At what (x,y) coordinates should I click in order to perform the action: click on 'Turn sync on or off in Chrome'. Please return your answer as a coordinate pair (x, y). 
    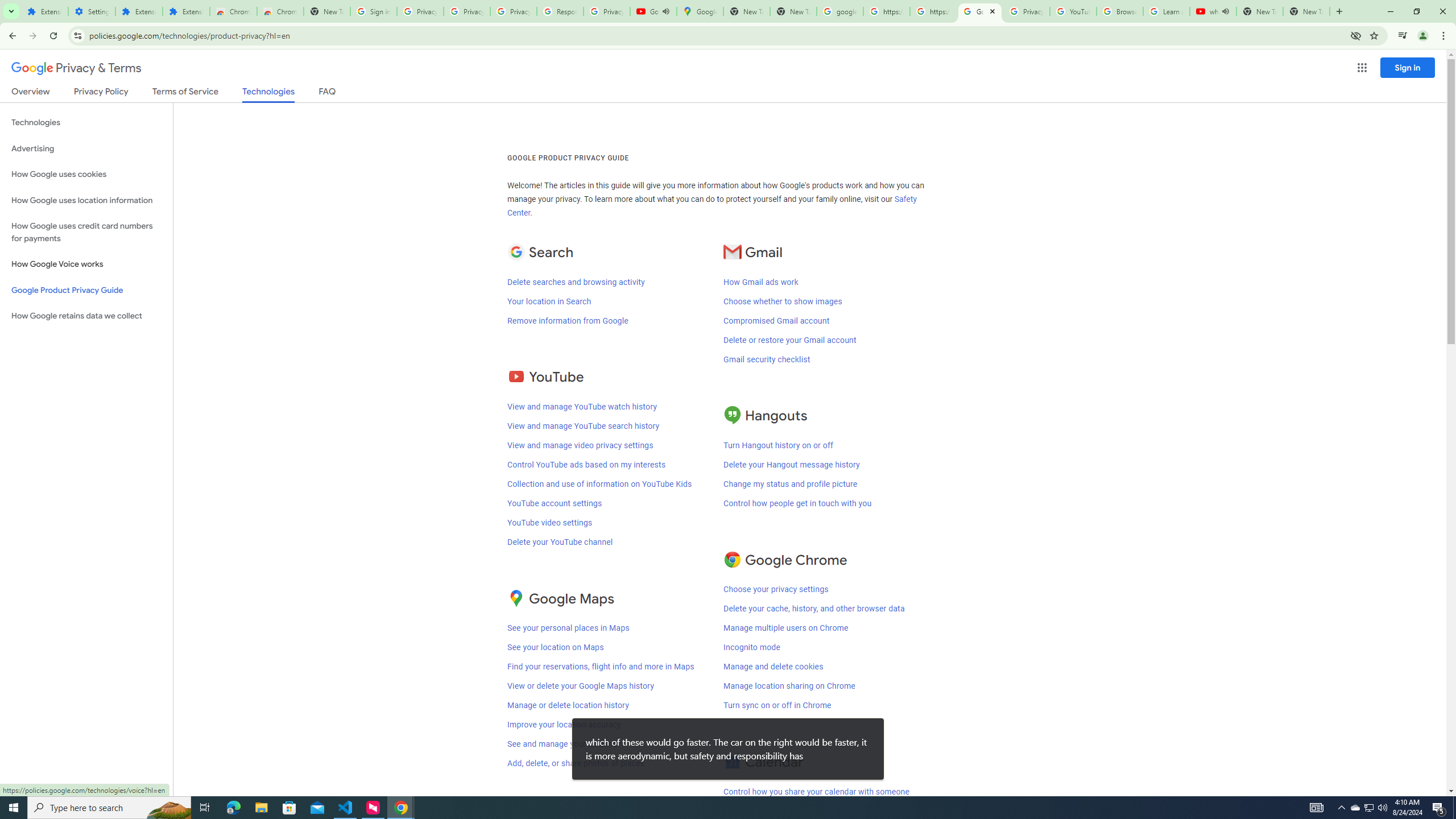
    Looking at the image, I should click on (777, 705).